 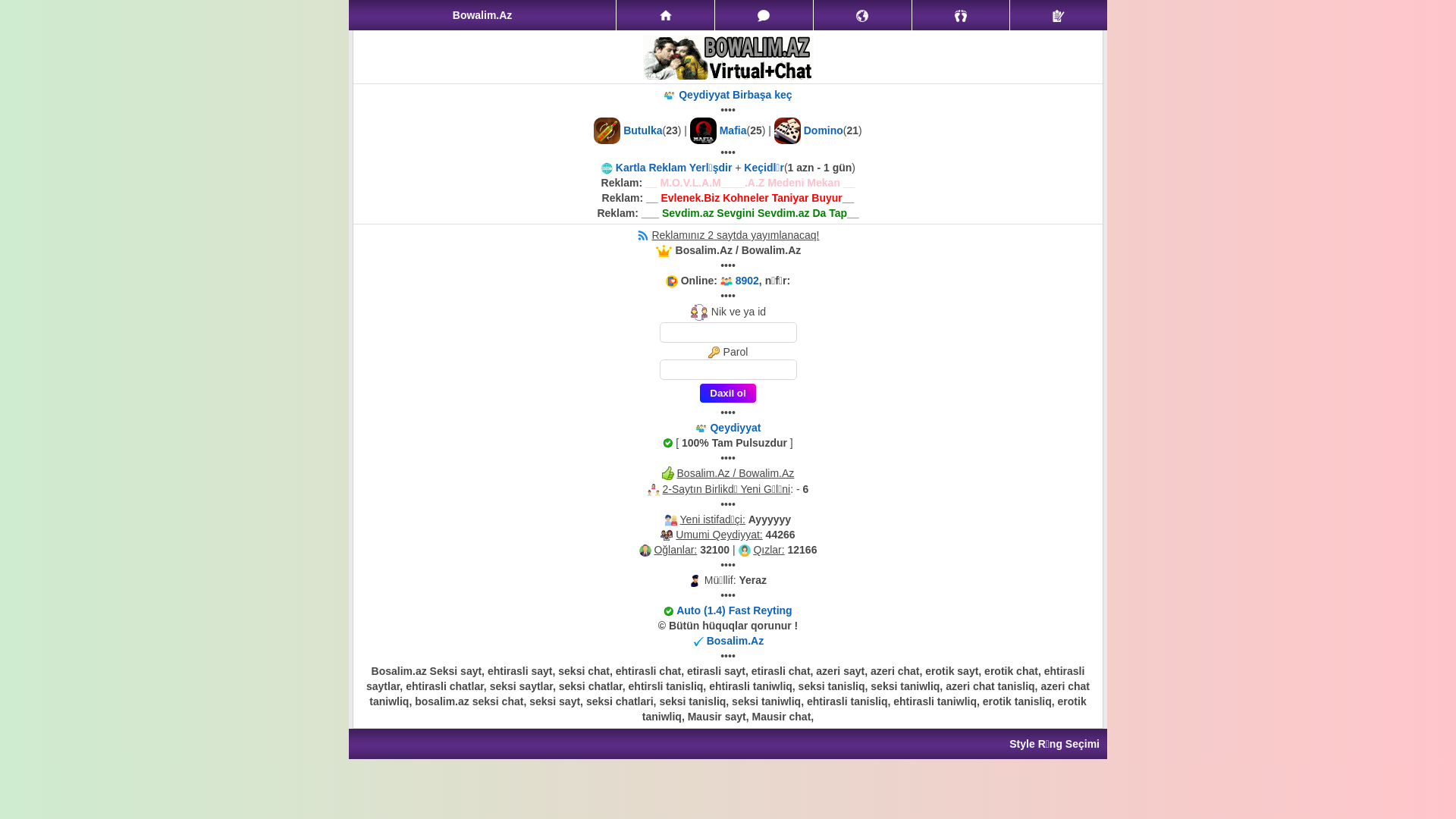 What do you see at coordinates (862, 14) in the screenshot?
I see `'Bildirisler'` at bounding box center [862, 14].